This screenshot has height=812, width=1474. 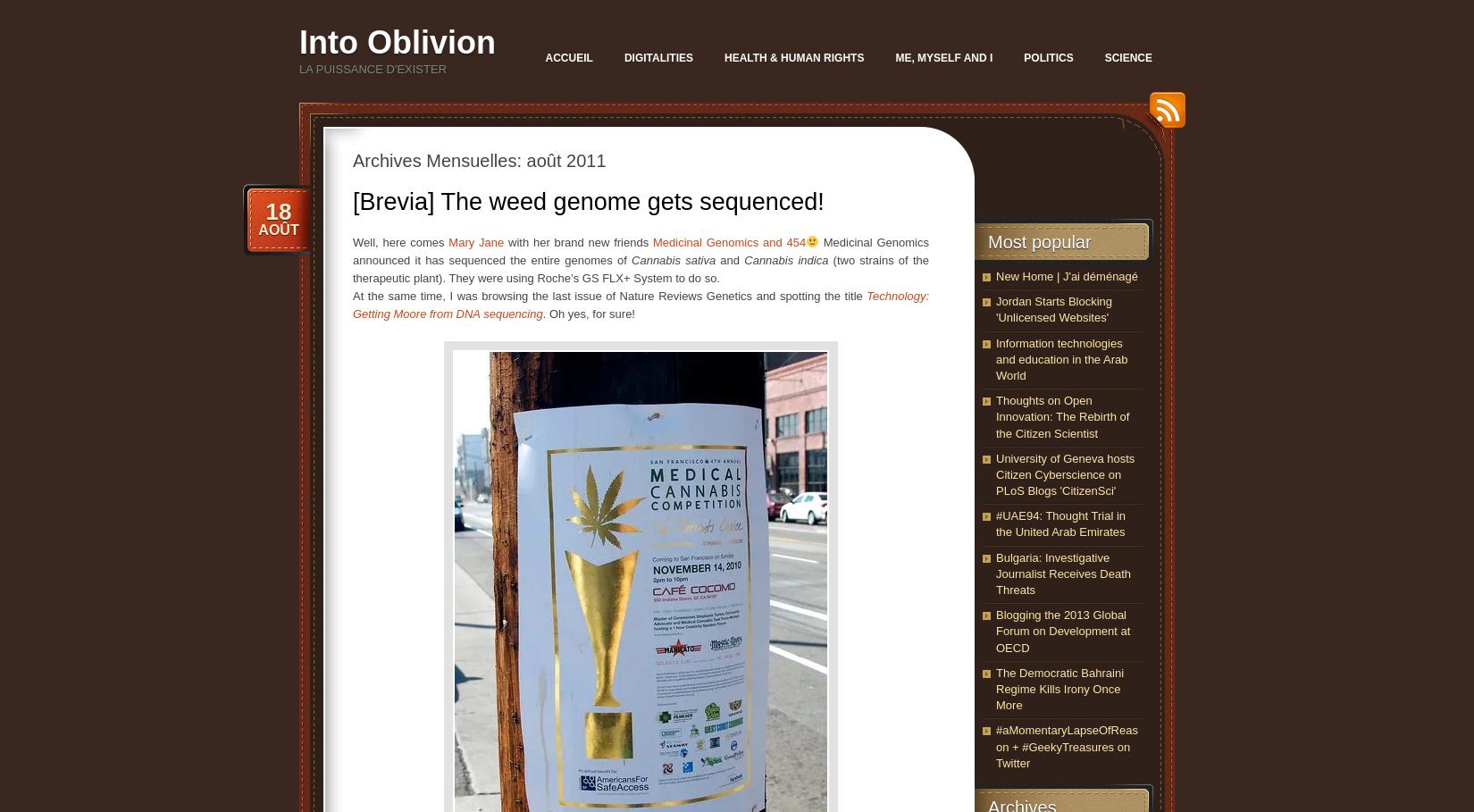 What do you see at coordinates (1059, 688) in the screenshot?
I see `'The Democratic Bahraini Regime Kills Irony Once More'` at bounding box center [1059, 688].